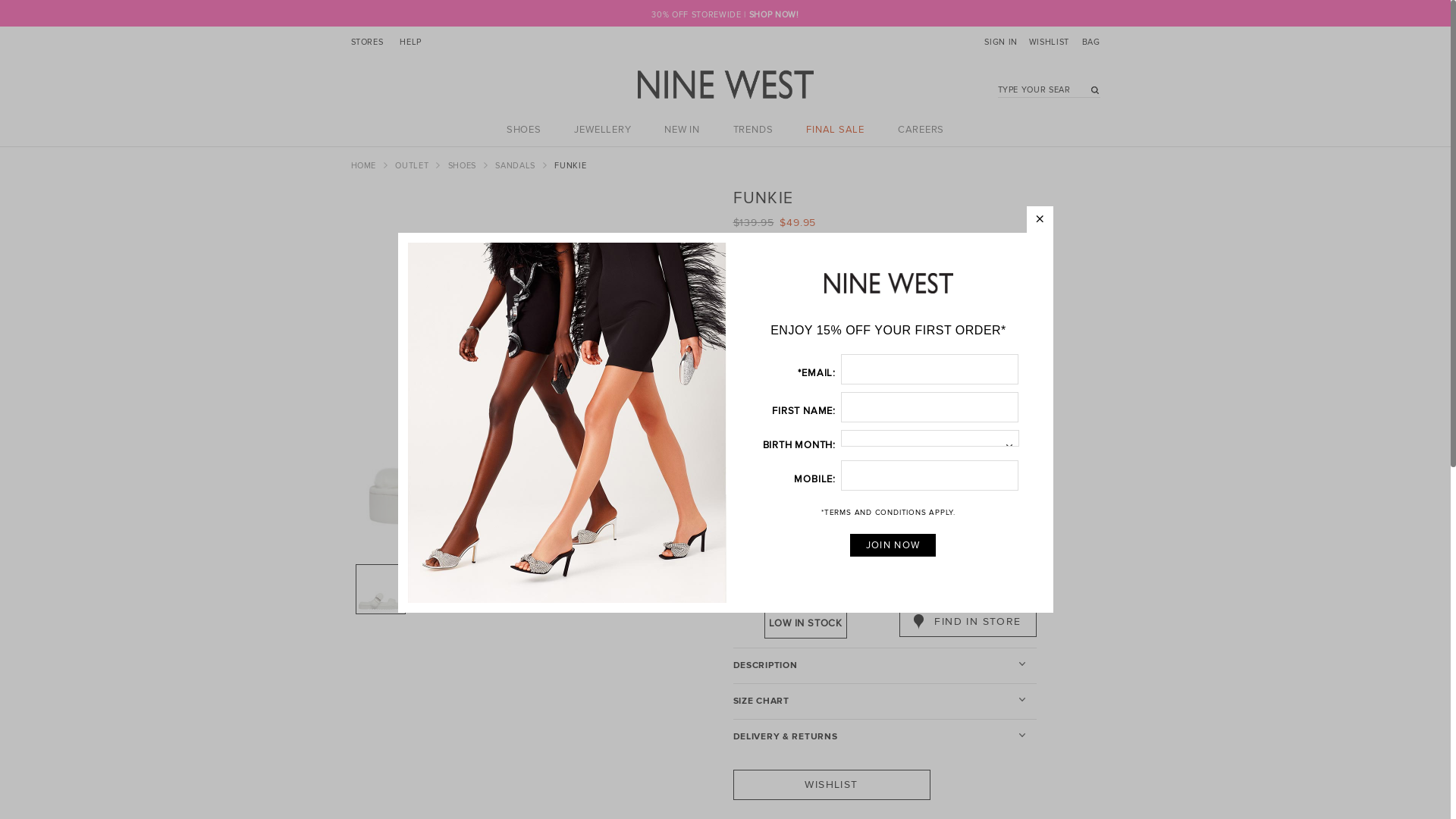  What do you see at coordinates (764, 371) in the screenshot?
I see `'5'` at bounding box center [764, 371].